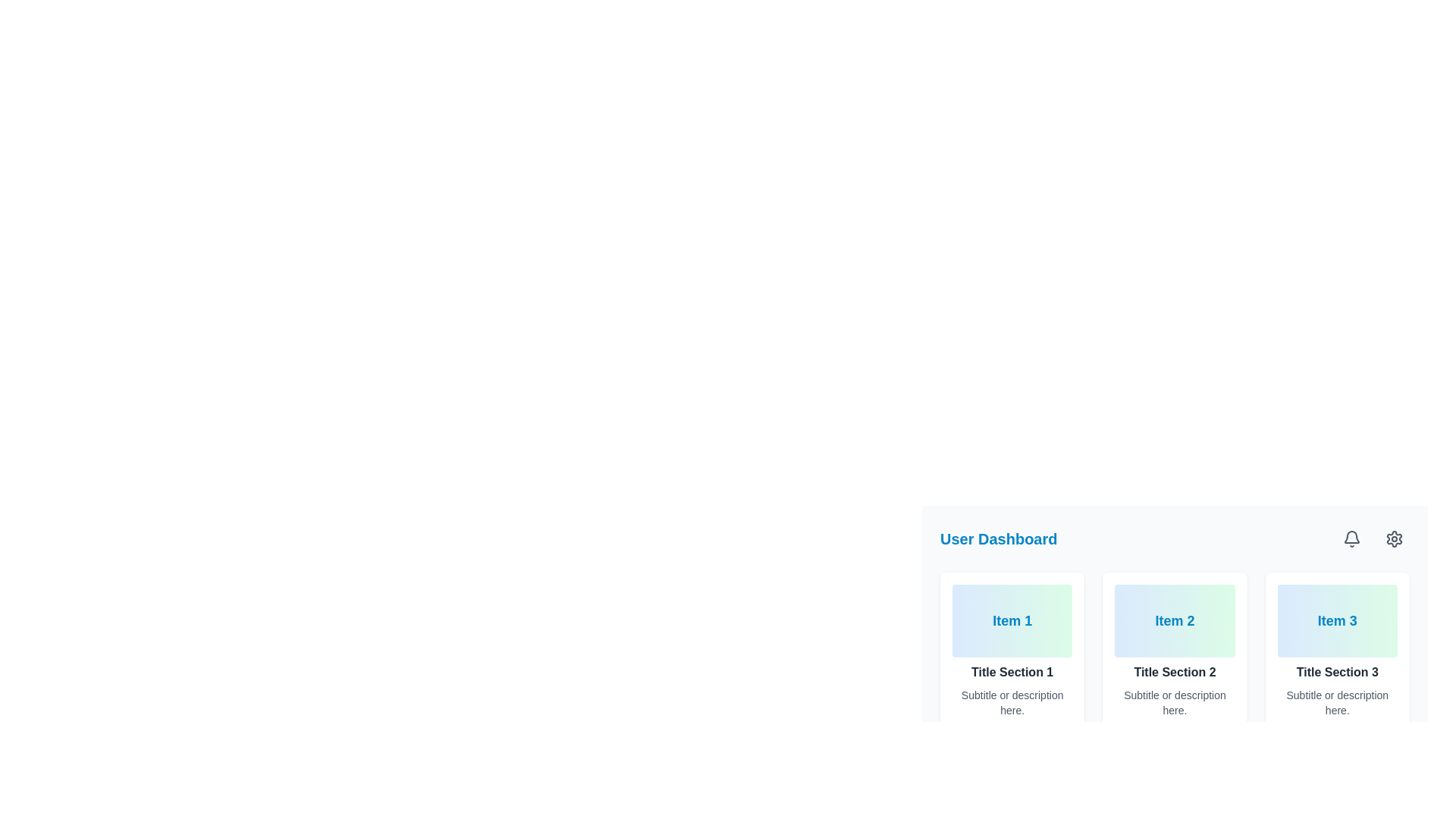 Image resolution: width=1456 pixels, height=819 pixels. What do you see at coordinates (1174, 672) in the screenshot?
I see `the text element displaying the title 'Title Section 2', which is centered below the gradient box labeled 'Item 2'` at bounding box center [1174, 672].